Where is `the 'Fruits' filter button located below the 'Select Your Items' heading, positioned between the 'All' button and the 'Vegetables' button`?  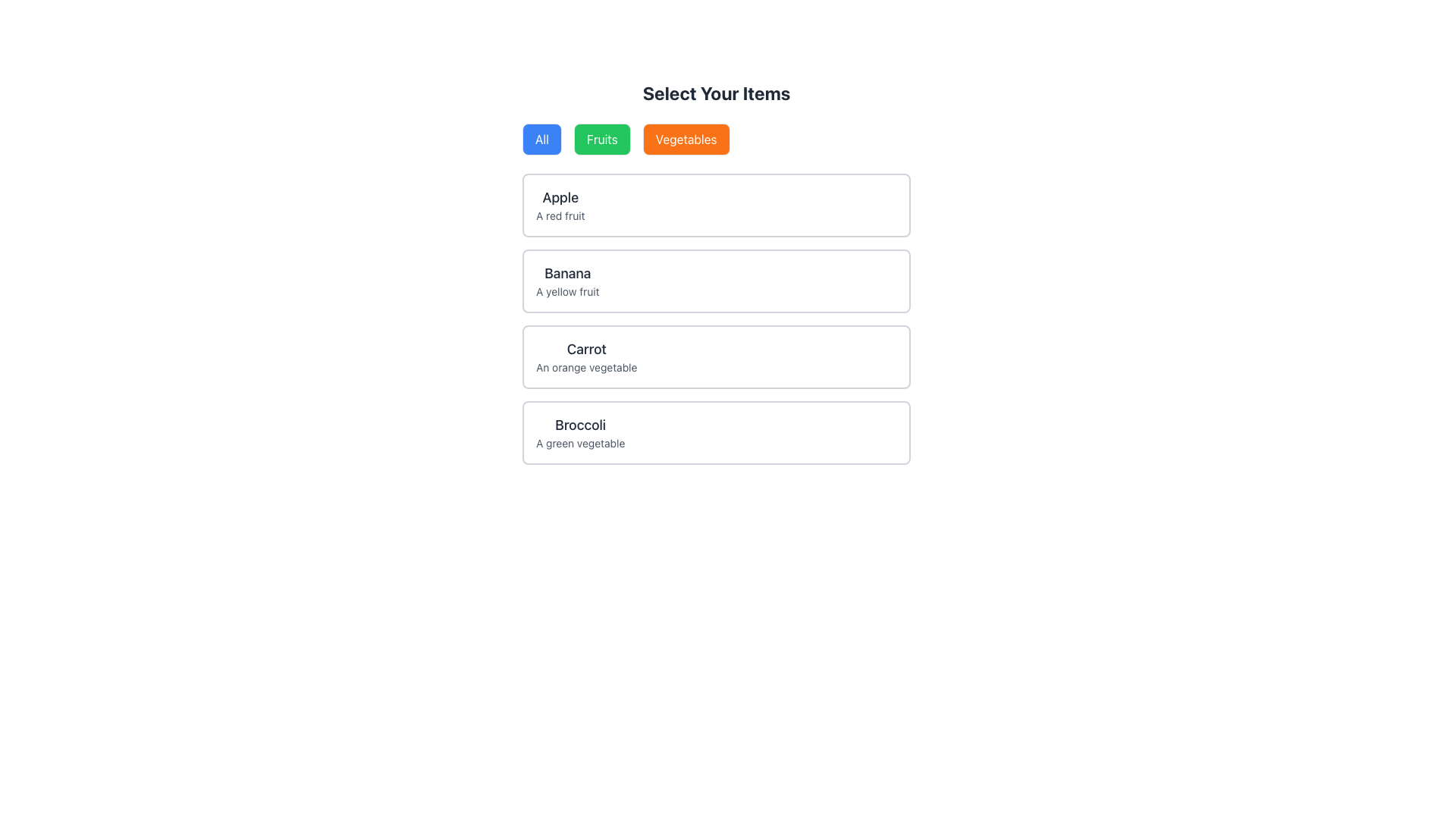
the 'Fruits' filter button located below the 'Select Your Items' heading, positioned between the 'All' button and the 'Vegetables' button is located at coordinates (601, 140).